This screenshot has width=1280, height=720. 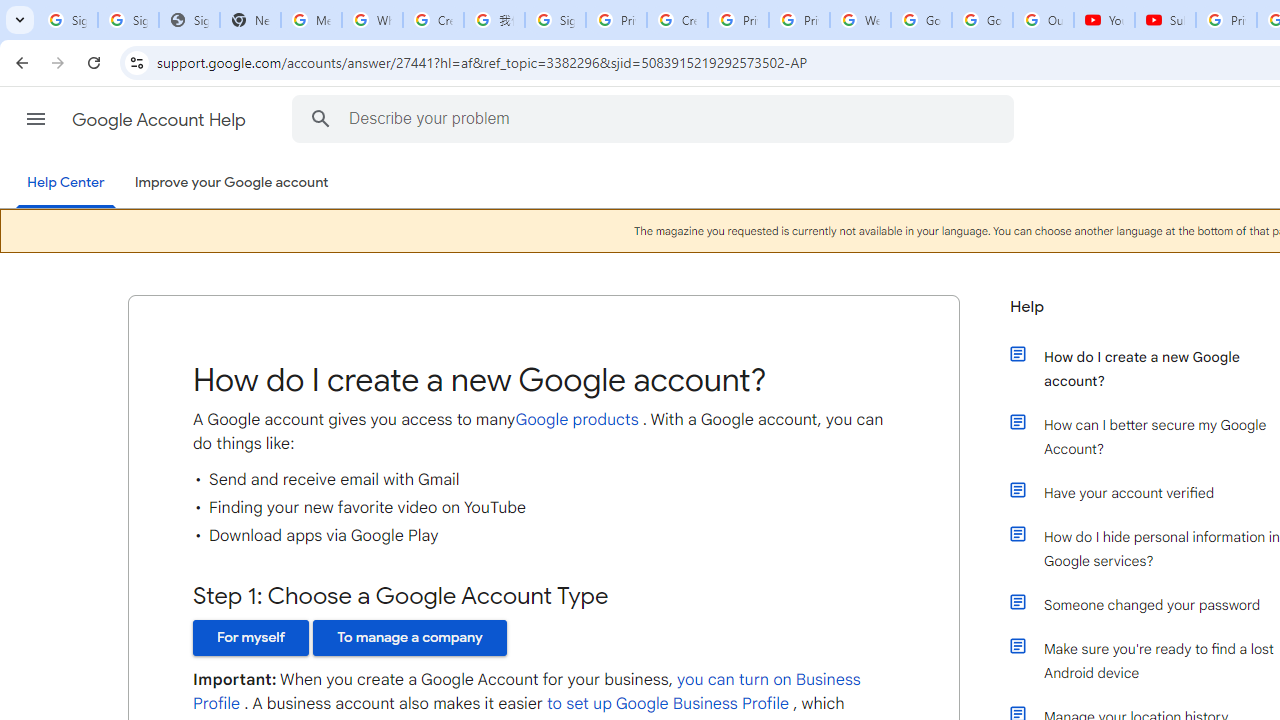 What do you see at coordinates (320, 118) in the screenshot?
I see `'Search the Help Center'` at bounding box center [320, 118].